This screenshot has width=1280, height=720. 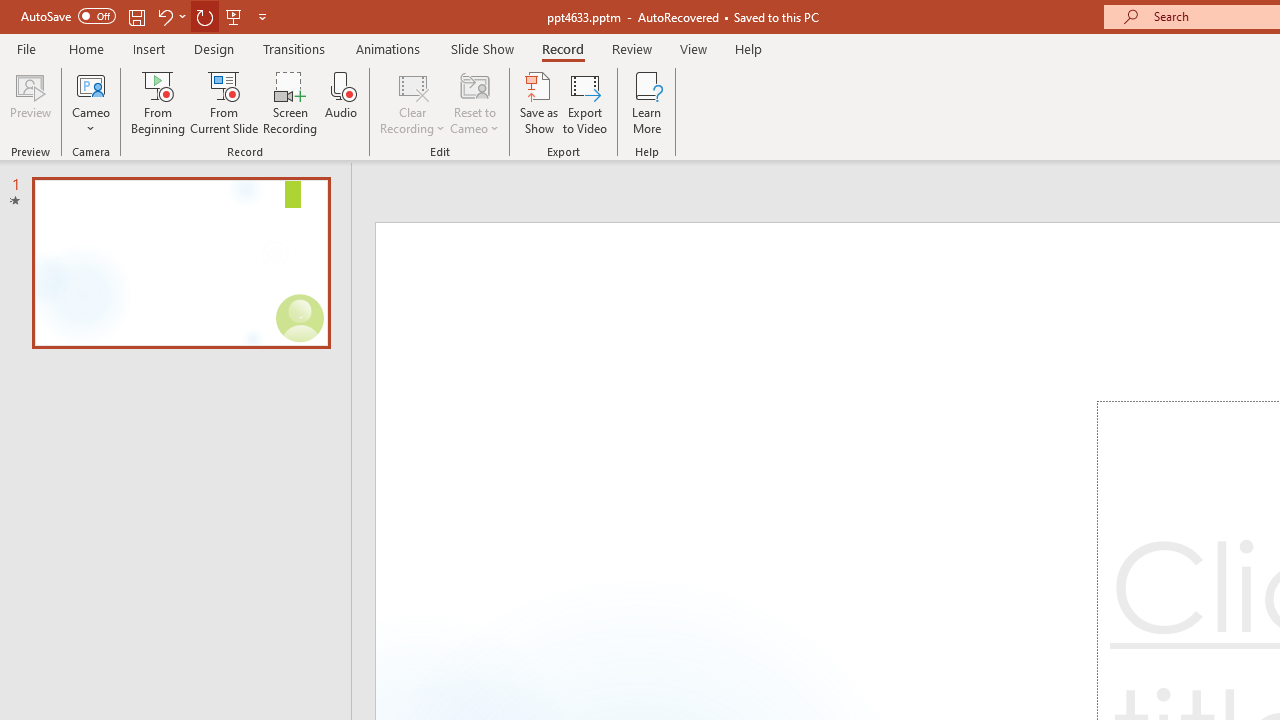 I want to click on 'Home', so click(x=85, y=48).